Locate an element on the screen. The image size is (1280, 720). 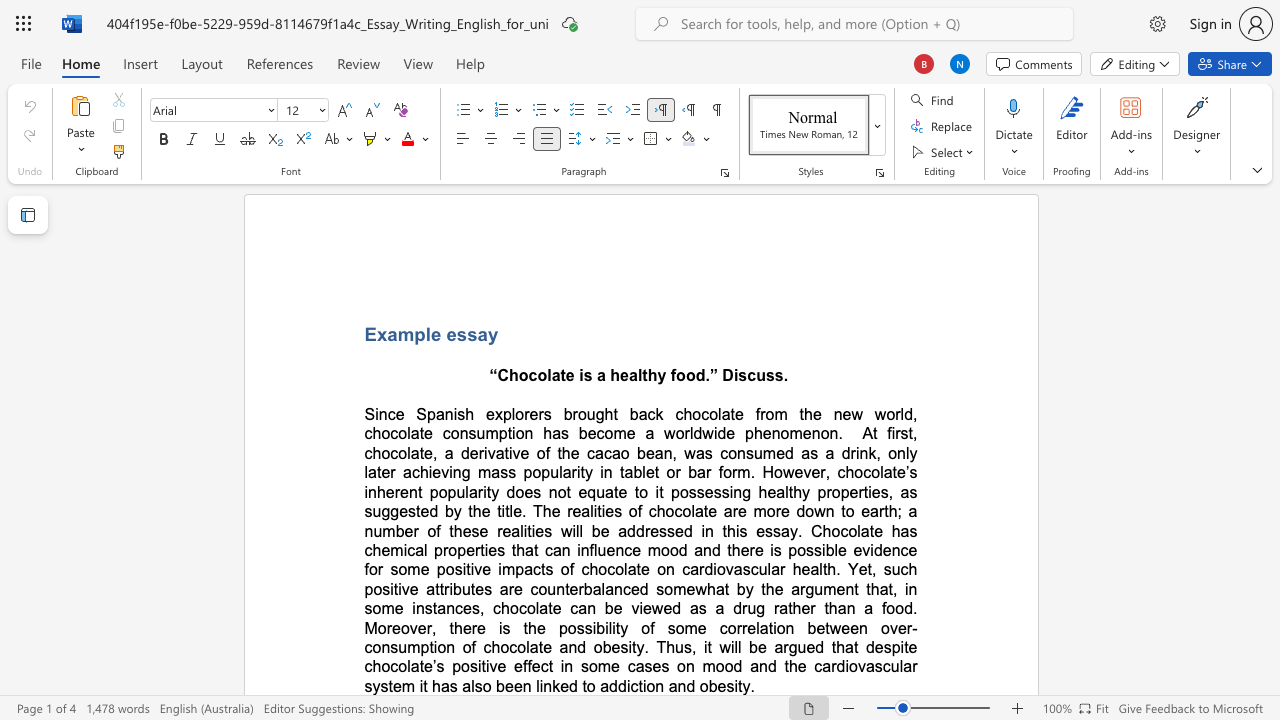
the 3th character "a" in the text is located at coordinates (603, 685).